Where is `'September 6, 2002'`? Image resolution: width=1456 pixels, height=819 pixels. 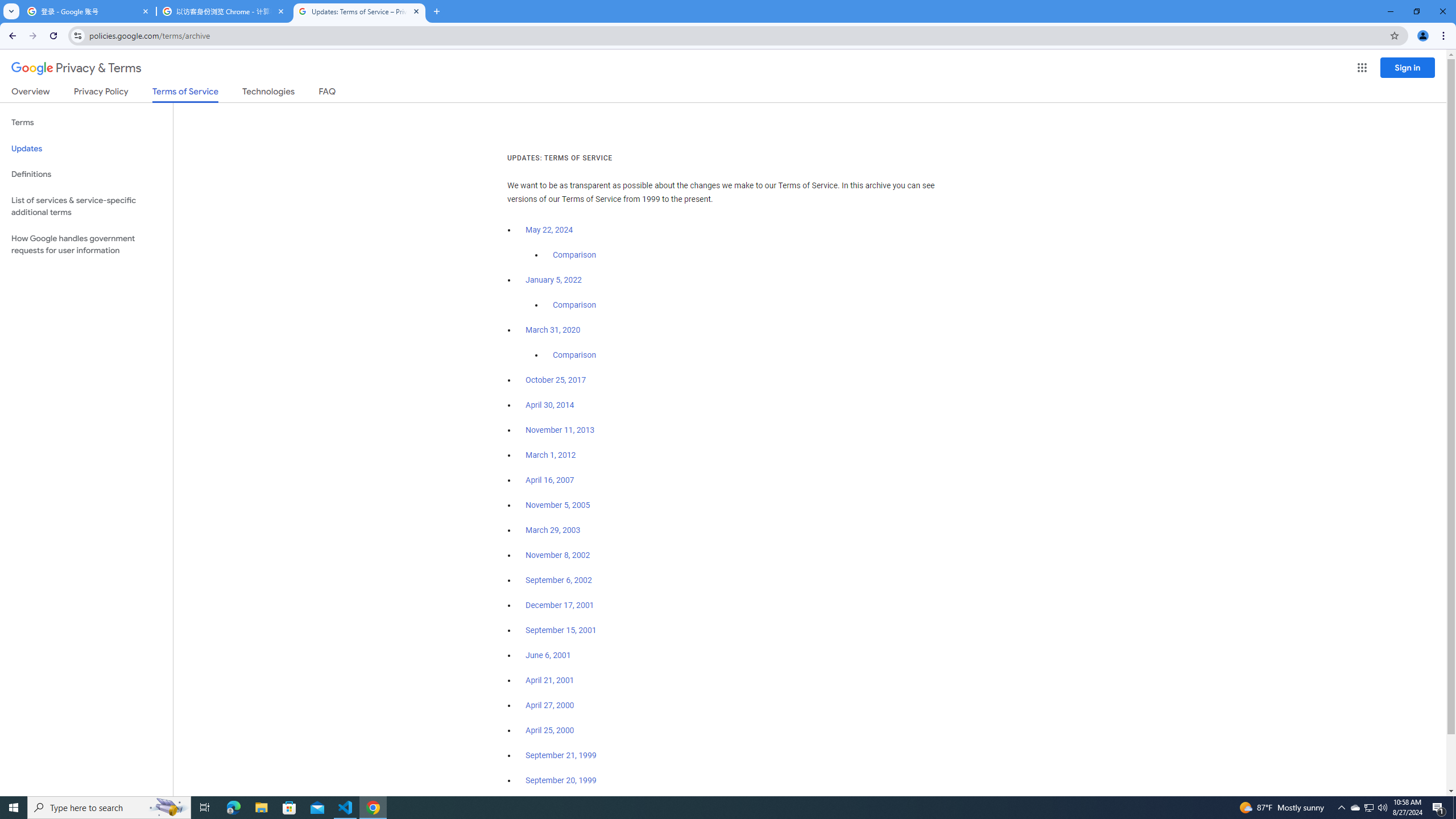
'September 6, 2002' is located at coordinates (559, 580).